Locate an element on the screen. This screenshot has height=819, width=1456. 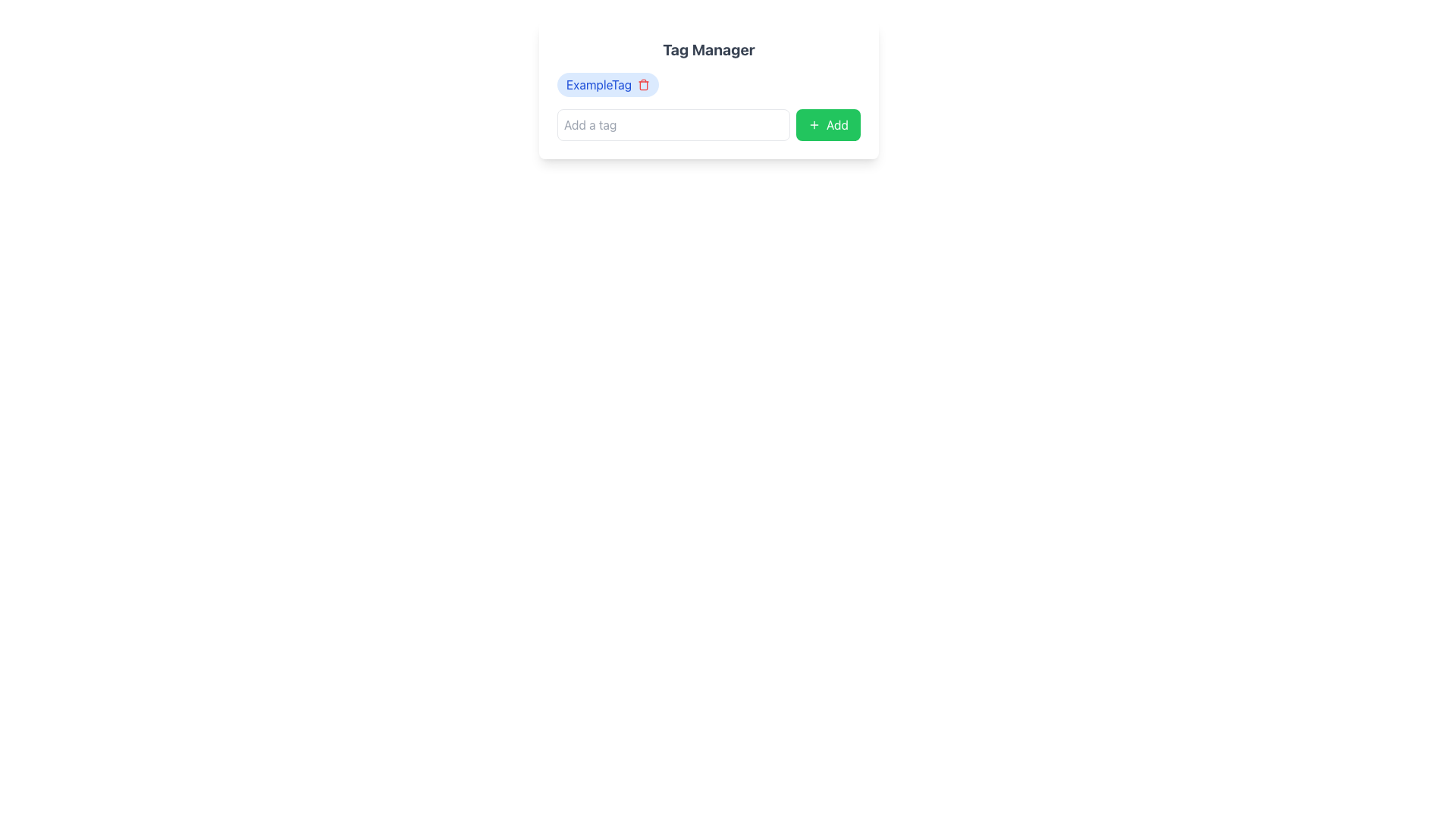
the green circular icon with a white plus symbol located to the left of the 'Add' text within the green button is located at coordinates (814, 124).